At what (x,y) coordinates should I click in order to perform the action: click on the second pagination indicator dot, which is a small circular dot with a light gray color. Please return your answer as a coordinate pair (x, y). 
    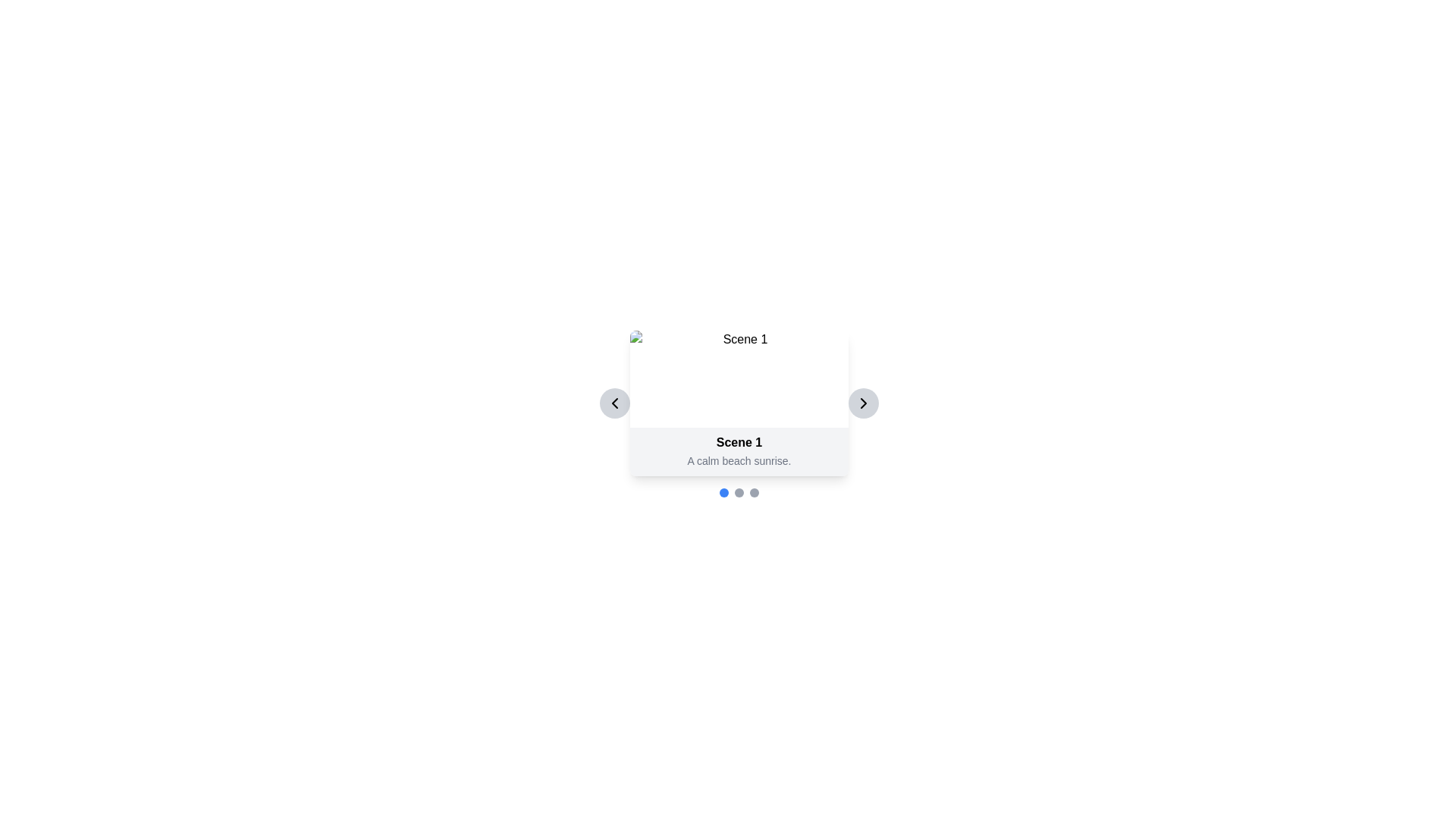
    Looking at the image, I should click on (739, 493).